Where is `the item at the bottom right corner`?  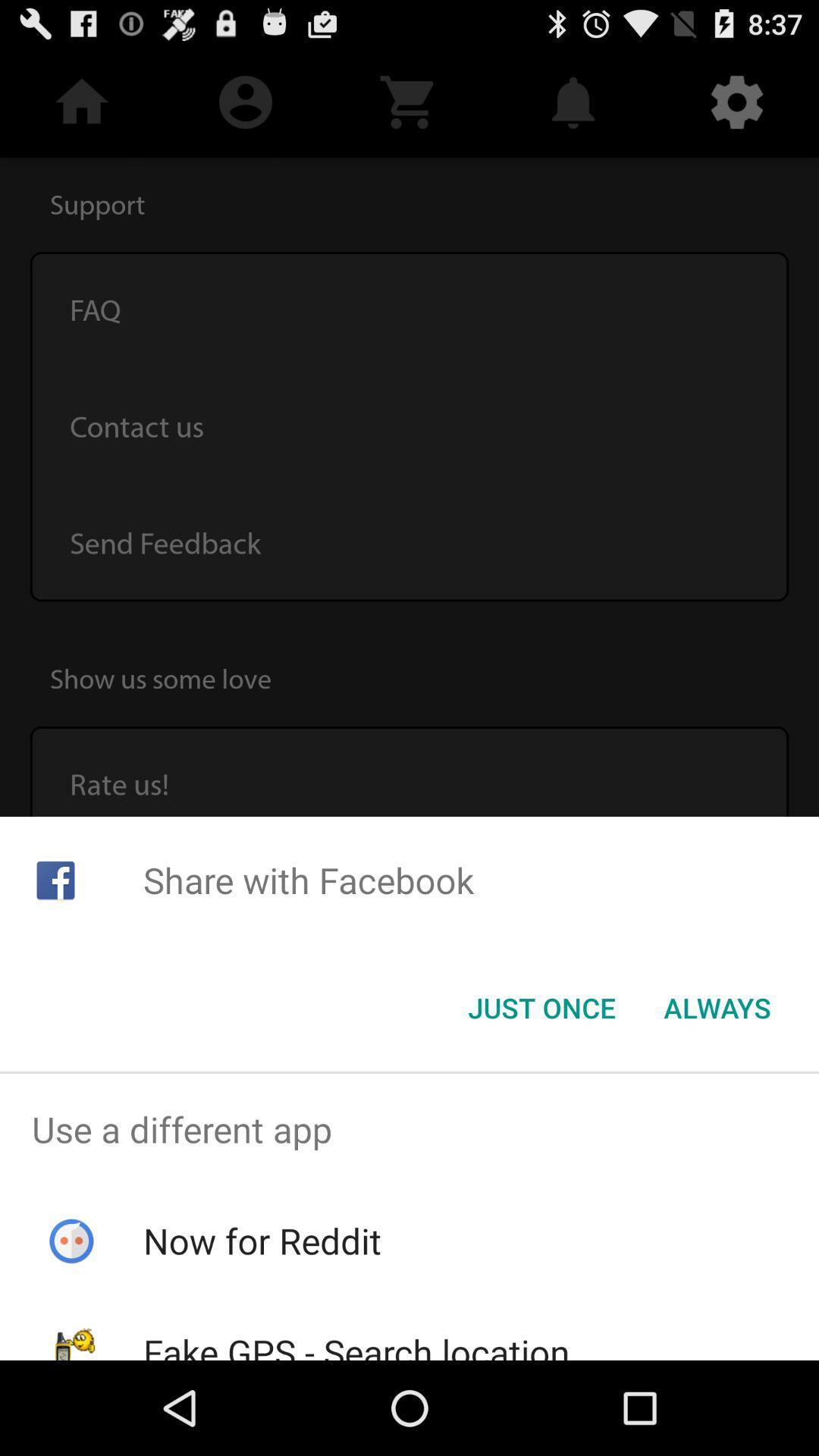
the item at the bottom right corner is located at coordinates (717, 1008).